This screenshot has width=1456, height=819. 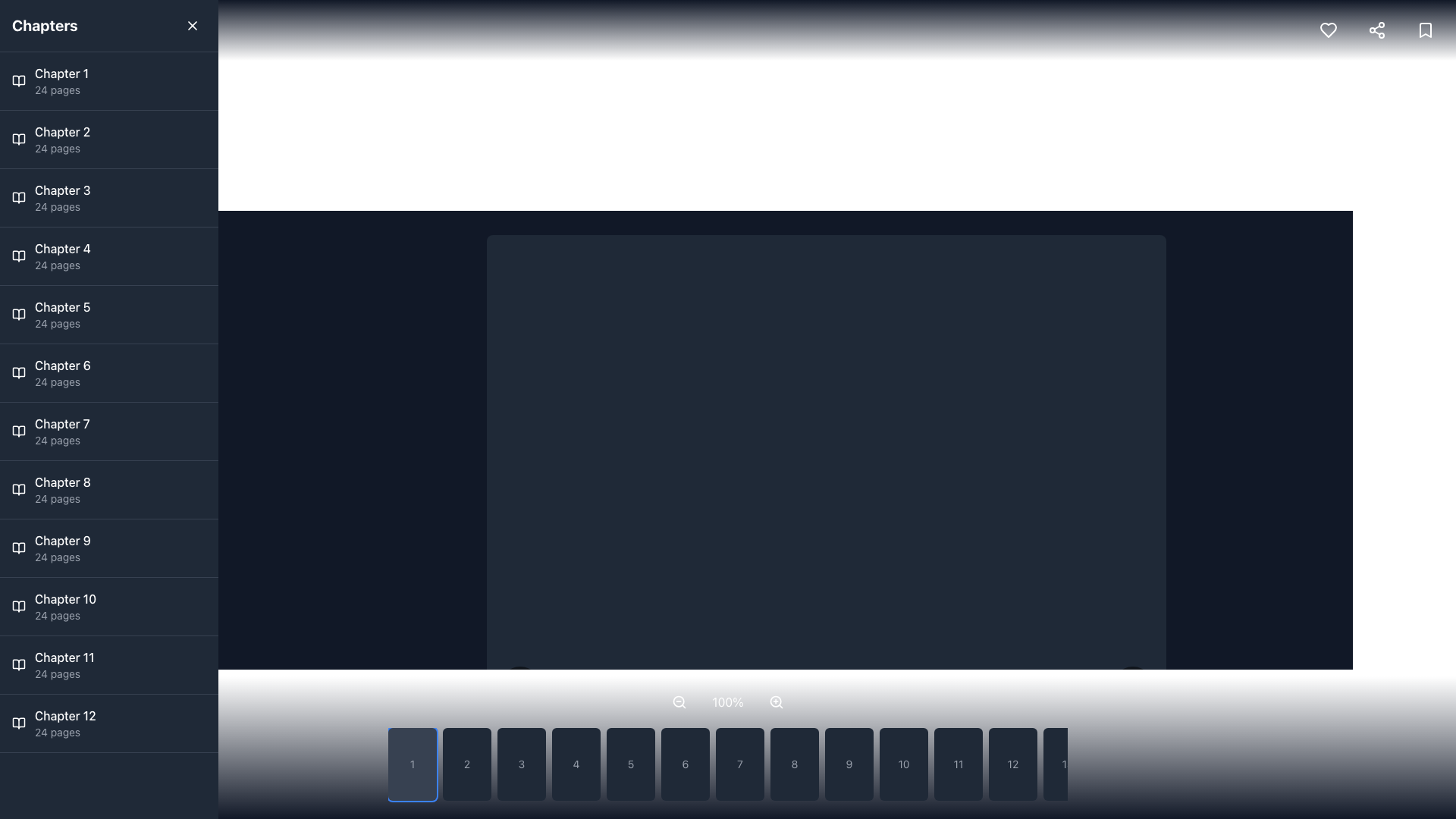 I want to click on the Icon depicting an open book, which is the first item in the vertical list next to 'Chapter 1', so click(x=18, y=81).